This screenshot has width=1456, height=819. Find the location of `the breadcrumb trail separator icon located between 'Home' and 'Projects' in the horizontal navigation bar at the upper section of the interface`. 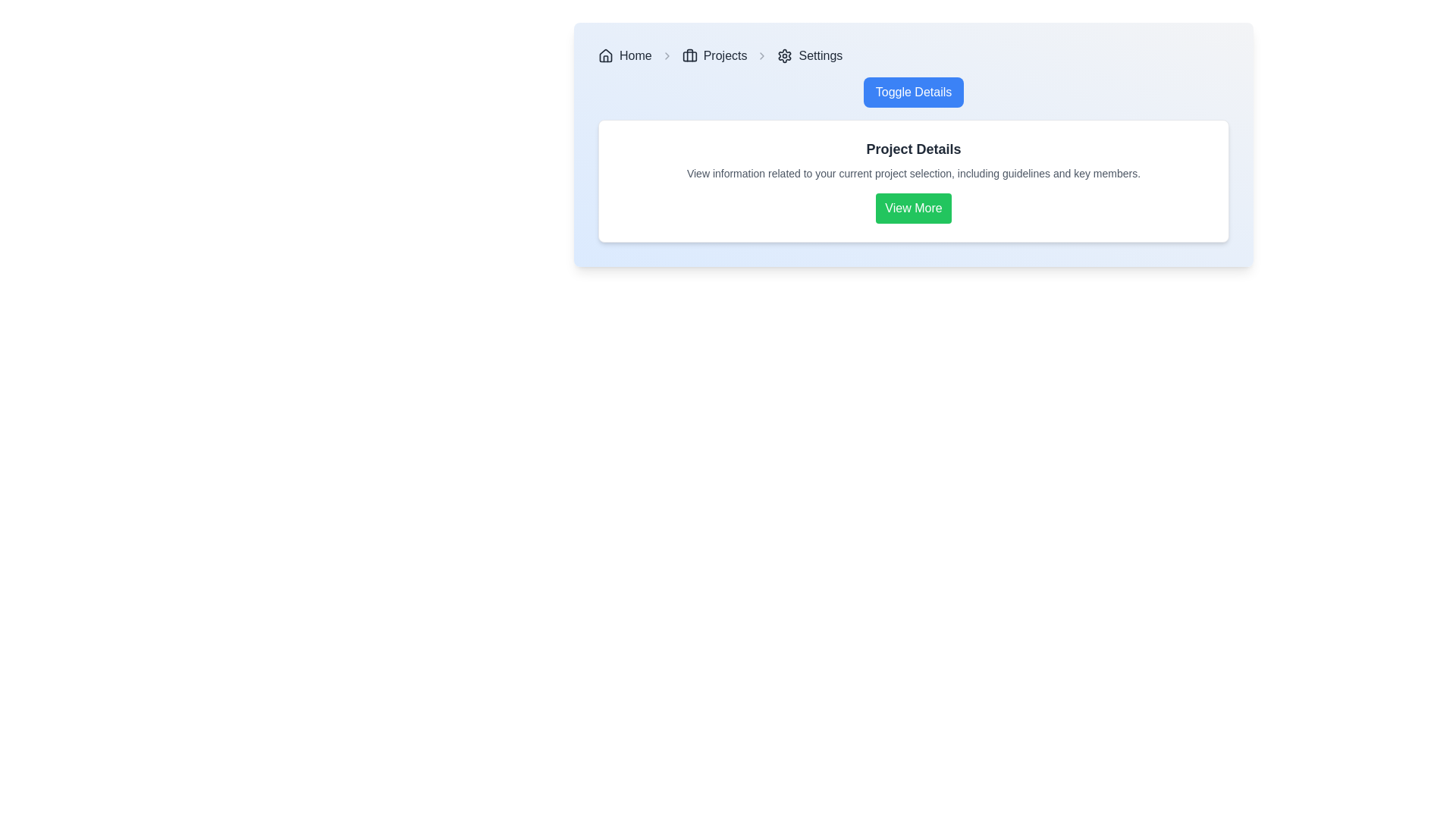

the breadcrumb trail separator icon located between 'Home' and 'Projects' in the horizontal navigation bar at the upper section of the interface is located at coordinates (667, 55).